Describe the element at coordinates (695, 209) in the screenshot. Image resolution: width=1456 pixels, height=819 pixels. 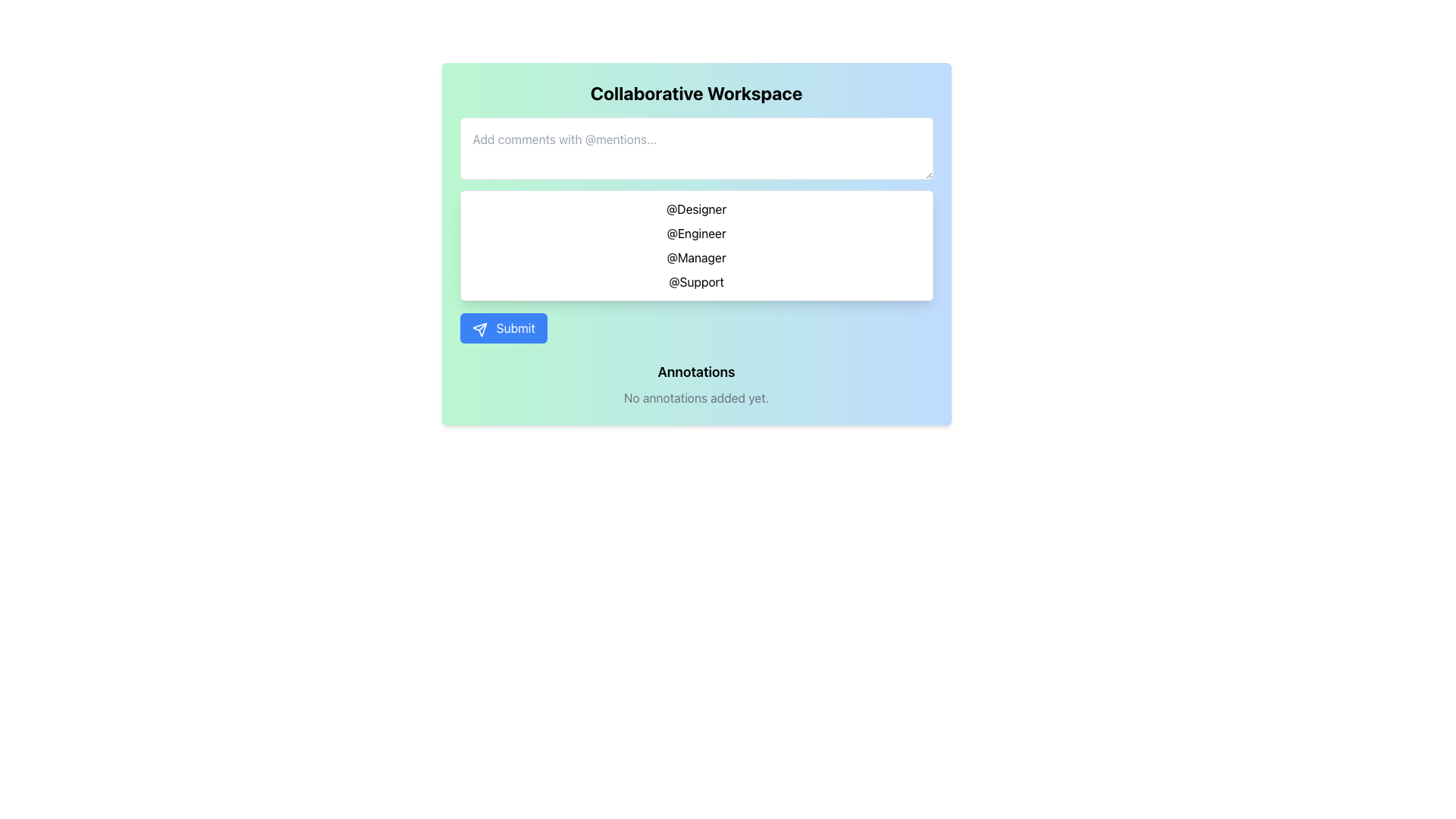
I see `the first selectable user or tag option in the autocomplete dropdown` at that location.